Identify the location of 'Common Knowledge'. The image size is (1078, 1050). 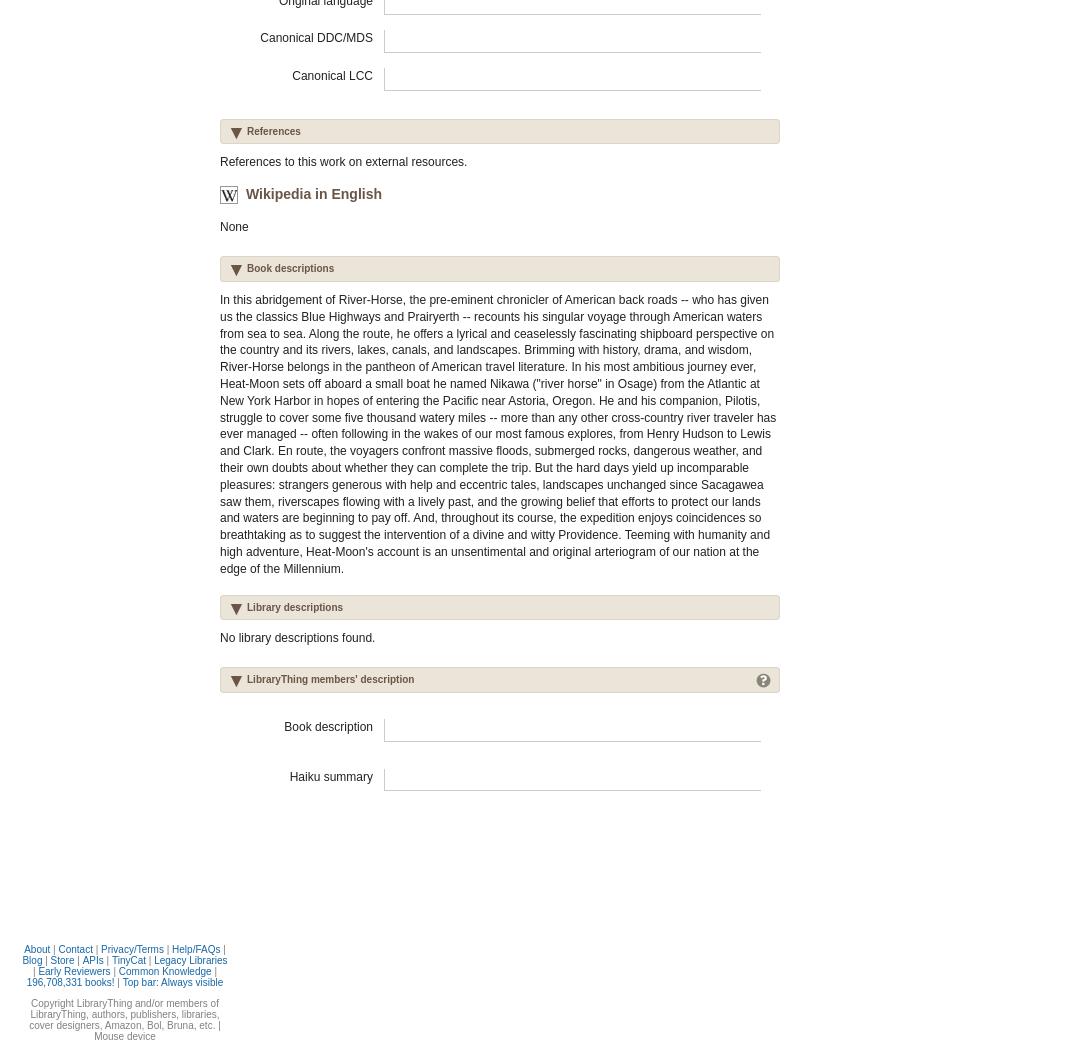
(163, 970).